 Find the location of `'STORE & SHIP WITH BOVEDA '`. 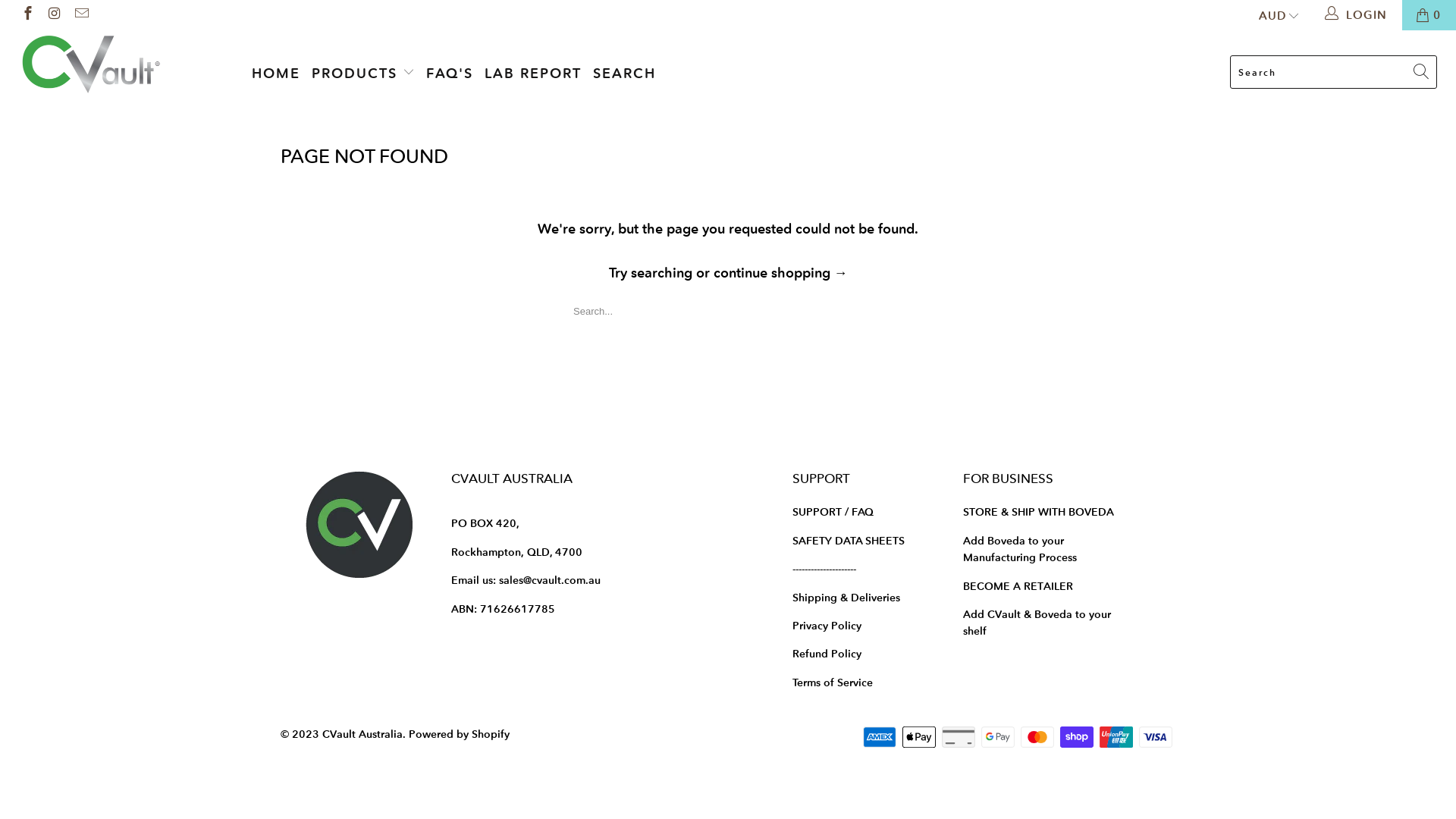

'STORE & SHIP WITH BOVEDA ' is located at coordinates (1039, 512).